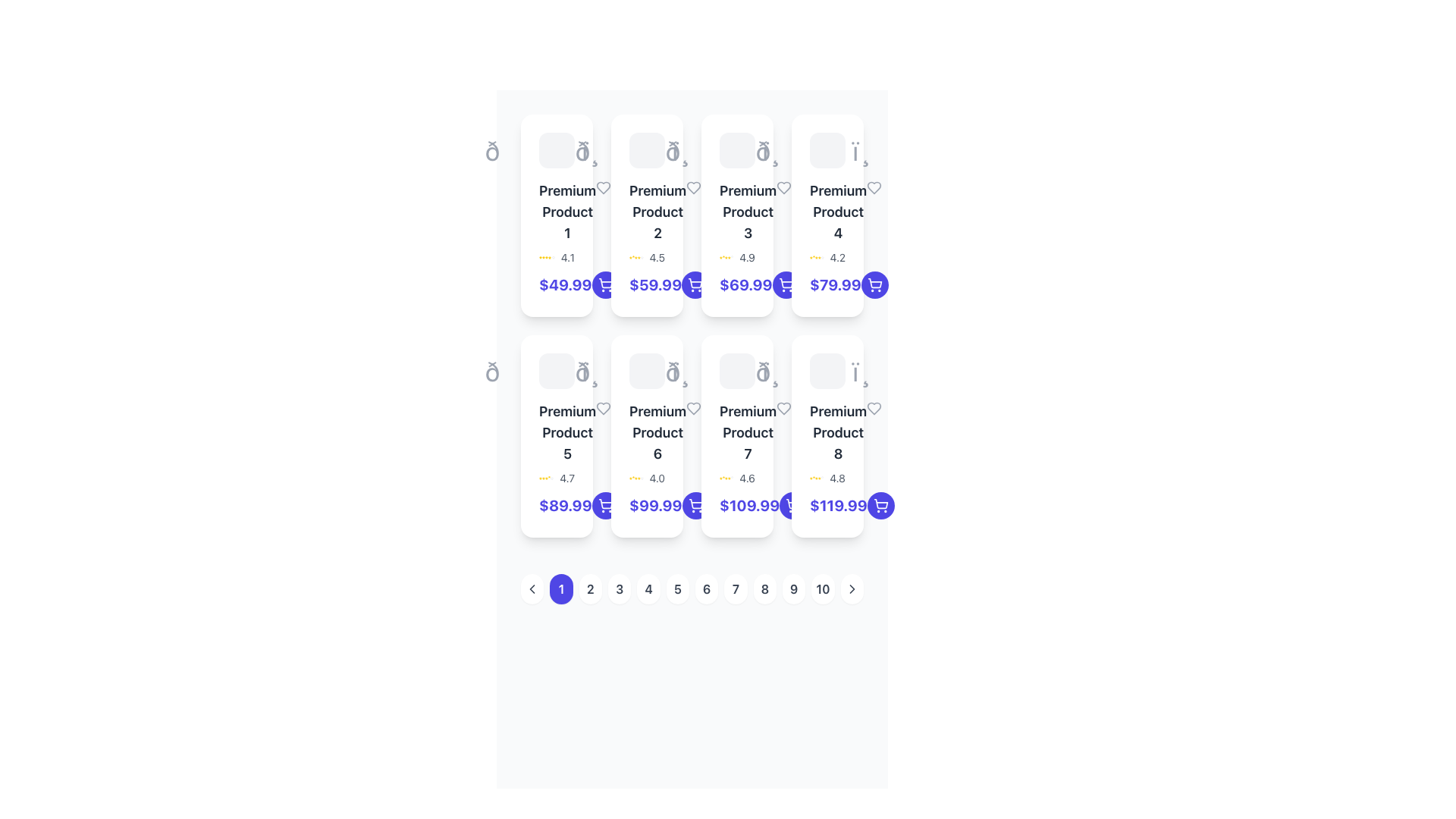  Describe the element at coordinates (636, 479) in the screenshot. I see `the fourth star icon in the rating system for the product 'Premium Product 6', which visually indicates a score of 4 out of 5 stars` at that location.